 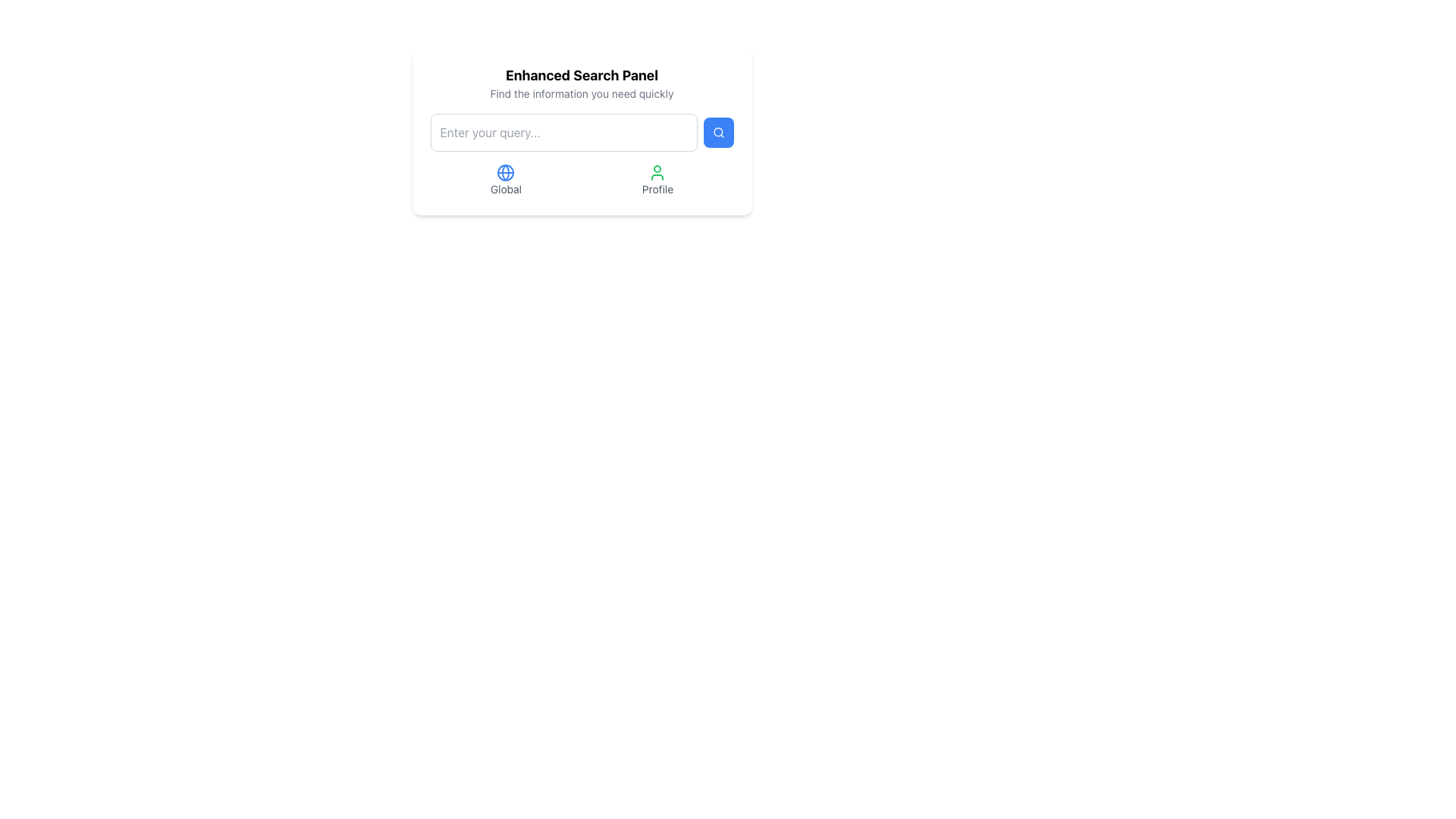 What do you see at coordinates (506, 171) in the screenshot?
I see `the globe icon representing 'Global' functionality located below the input search bar` at bounding box center [506, 171].